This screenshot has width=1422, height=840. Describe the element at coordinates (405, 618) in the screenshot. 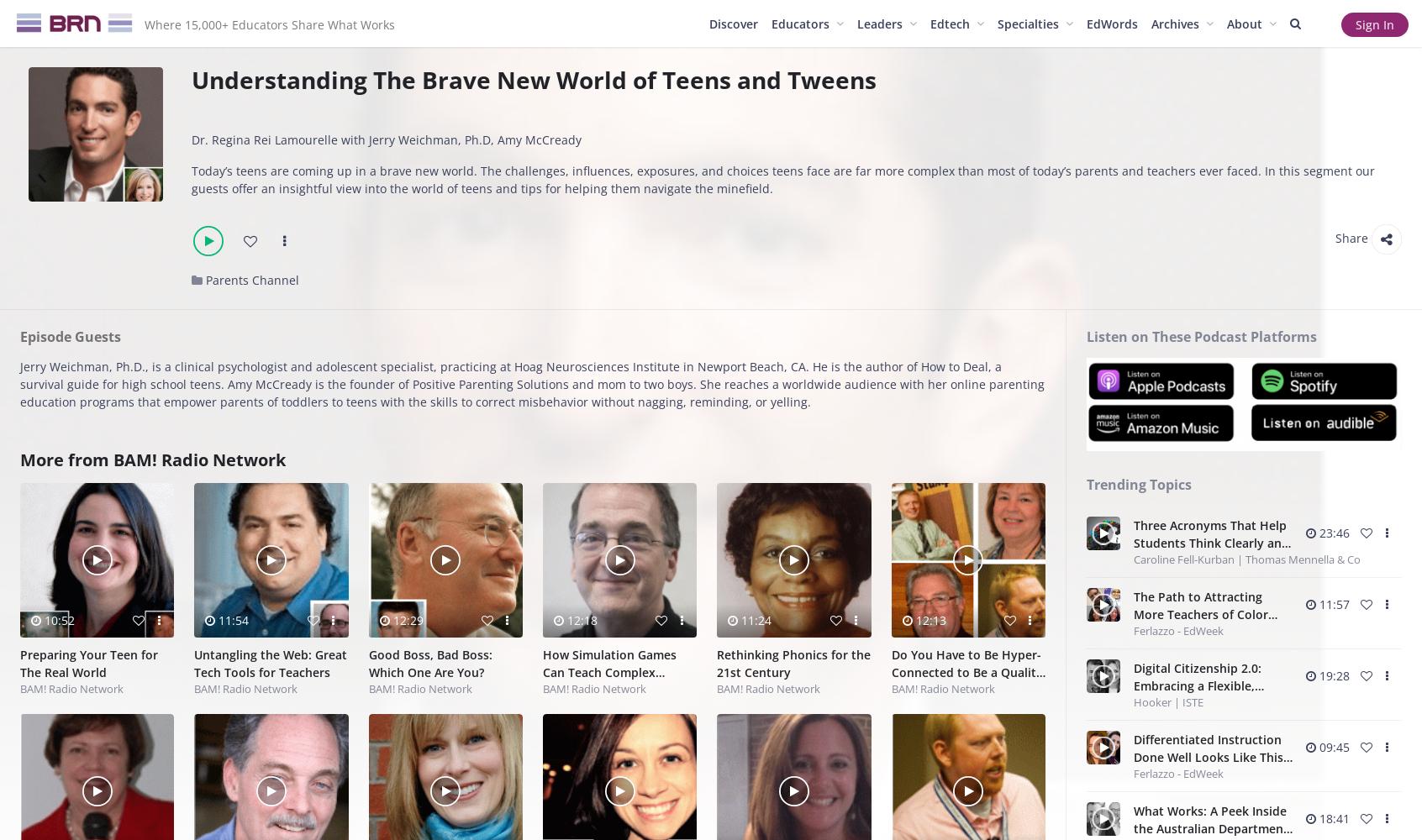

I see `'12:29'` at that location.